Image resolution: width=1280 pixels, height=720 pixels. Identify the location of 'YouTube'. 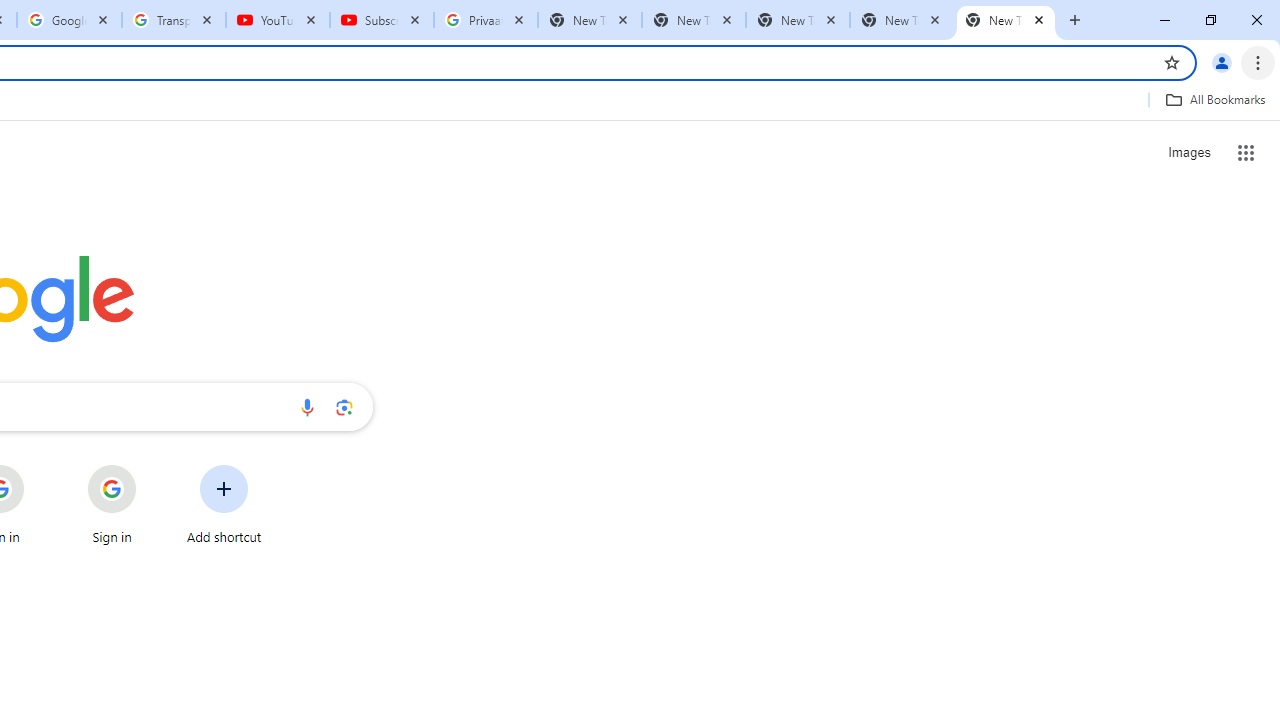
(277, 20).